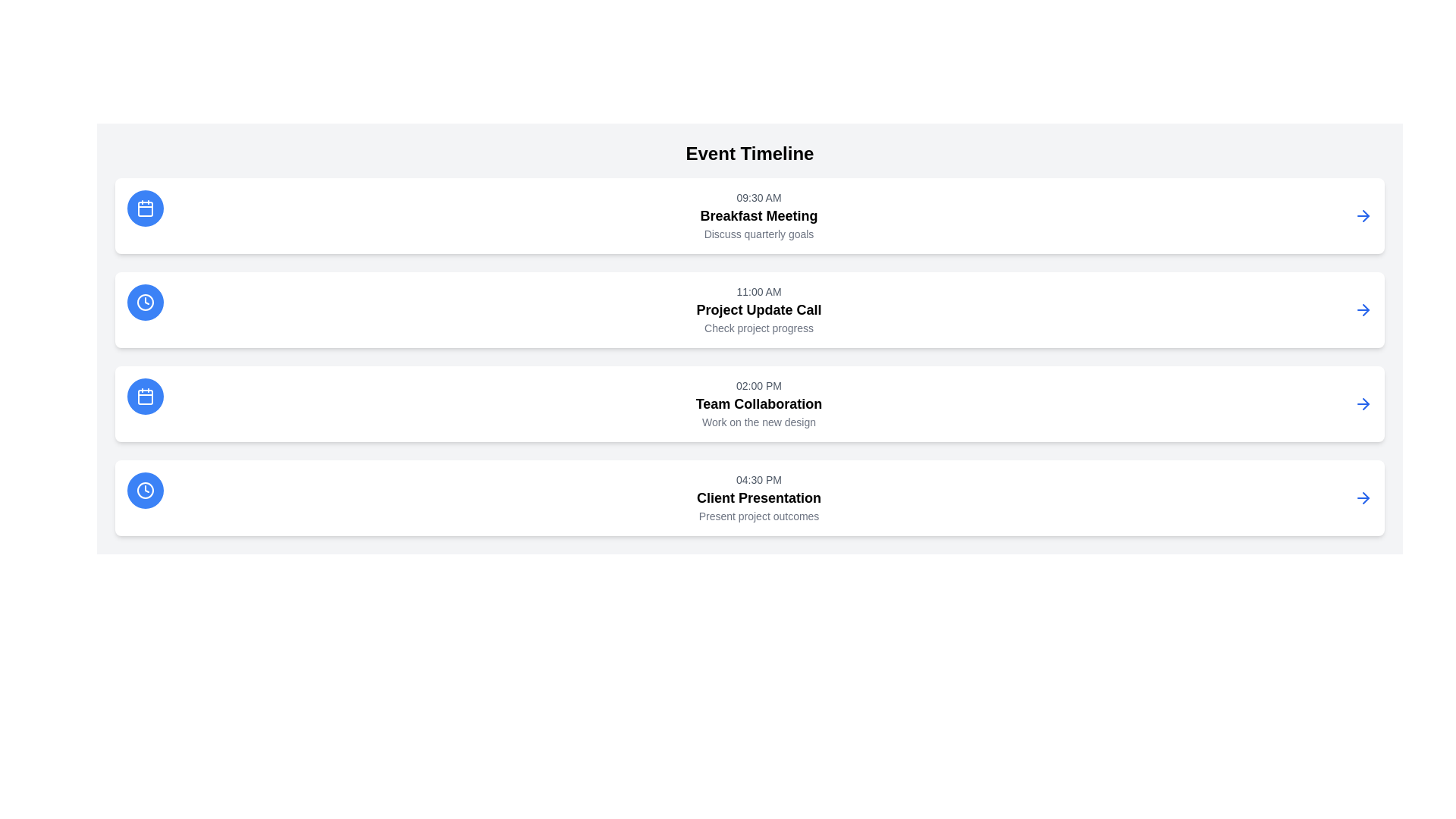  What do you see at coordinates (759, 216) in the screenshot?
I see `the text block displaying 'Breakfast Meeting' within the event timeline, which includes the time '09:30 AM' and the description 'Discuss quarterly goals'` at bounding box center [759, 216].